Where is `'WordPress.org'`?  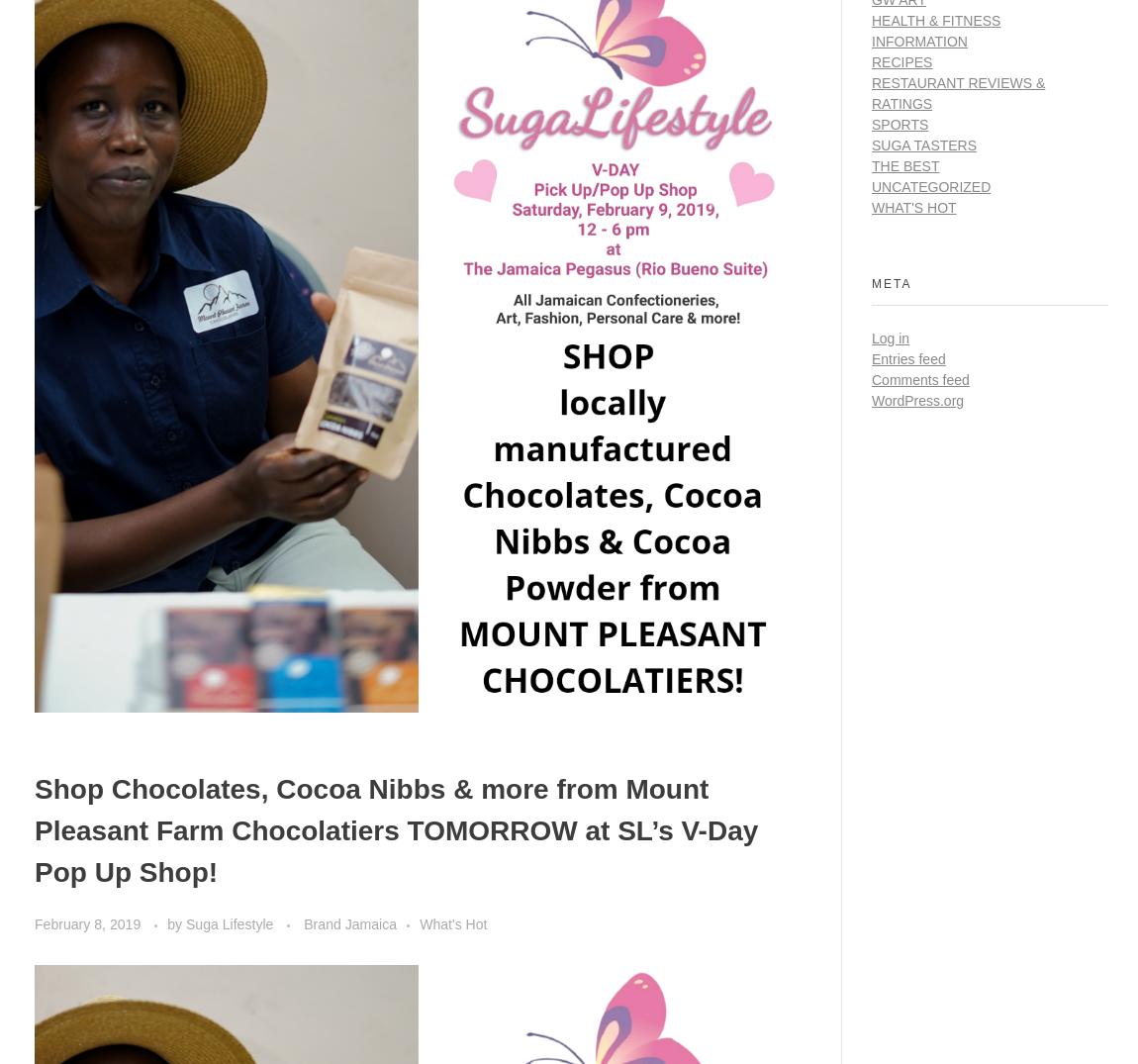 'WordPress.org' is located at coordinates (917, 398).